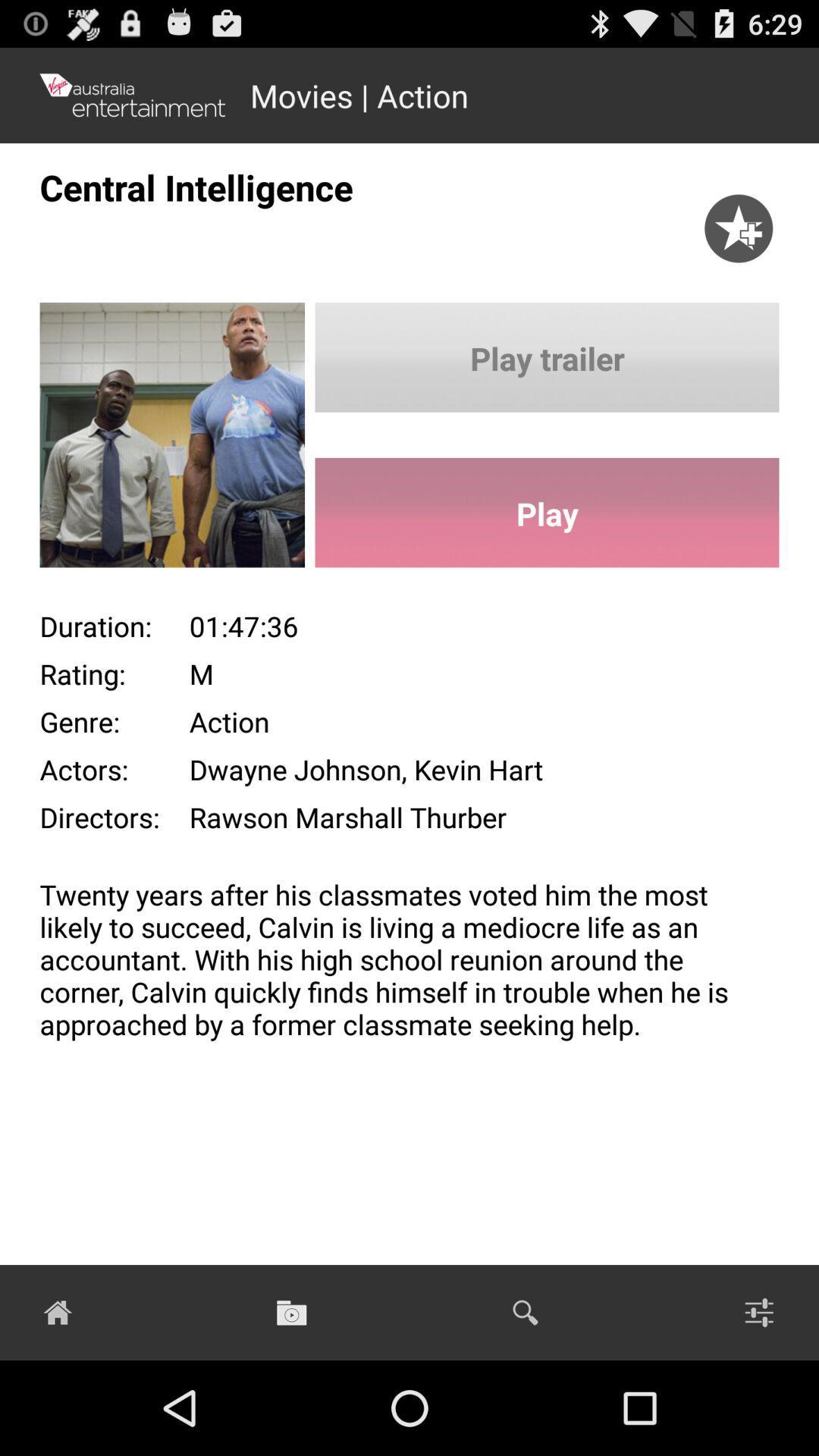 Image resolution: width=819 pixels, height=1456 pixels. I want to click on button above play icon, so click(547, 356).